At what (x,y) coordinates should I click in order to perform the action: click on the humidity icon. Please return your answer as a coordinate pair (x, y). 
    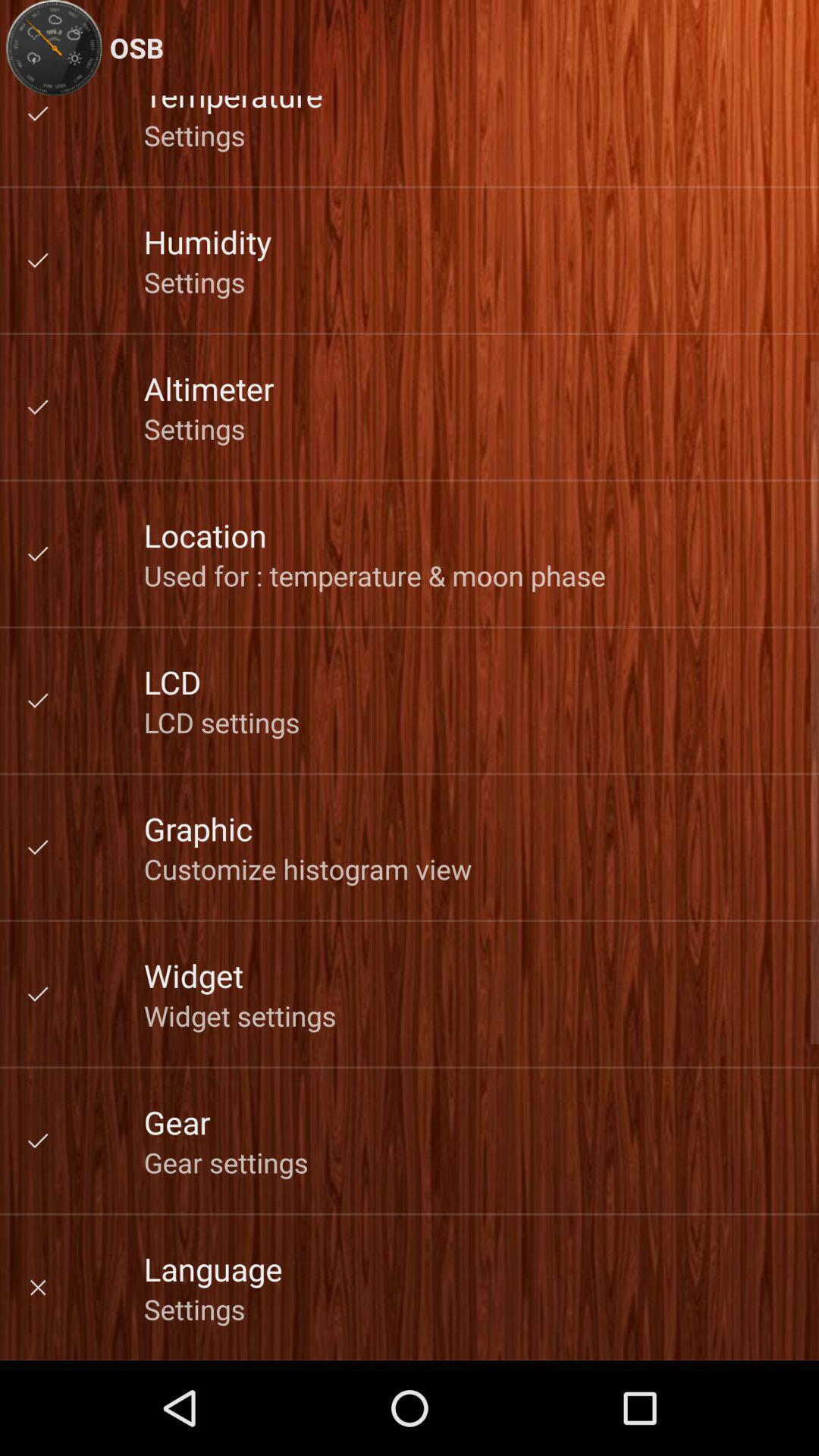
    Looking at the image, I should click on (208, 240).